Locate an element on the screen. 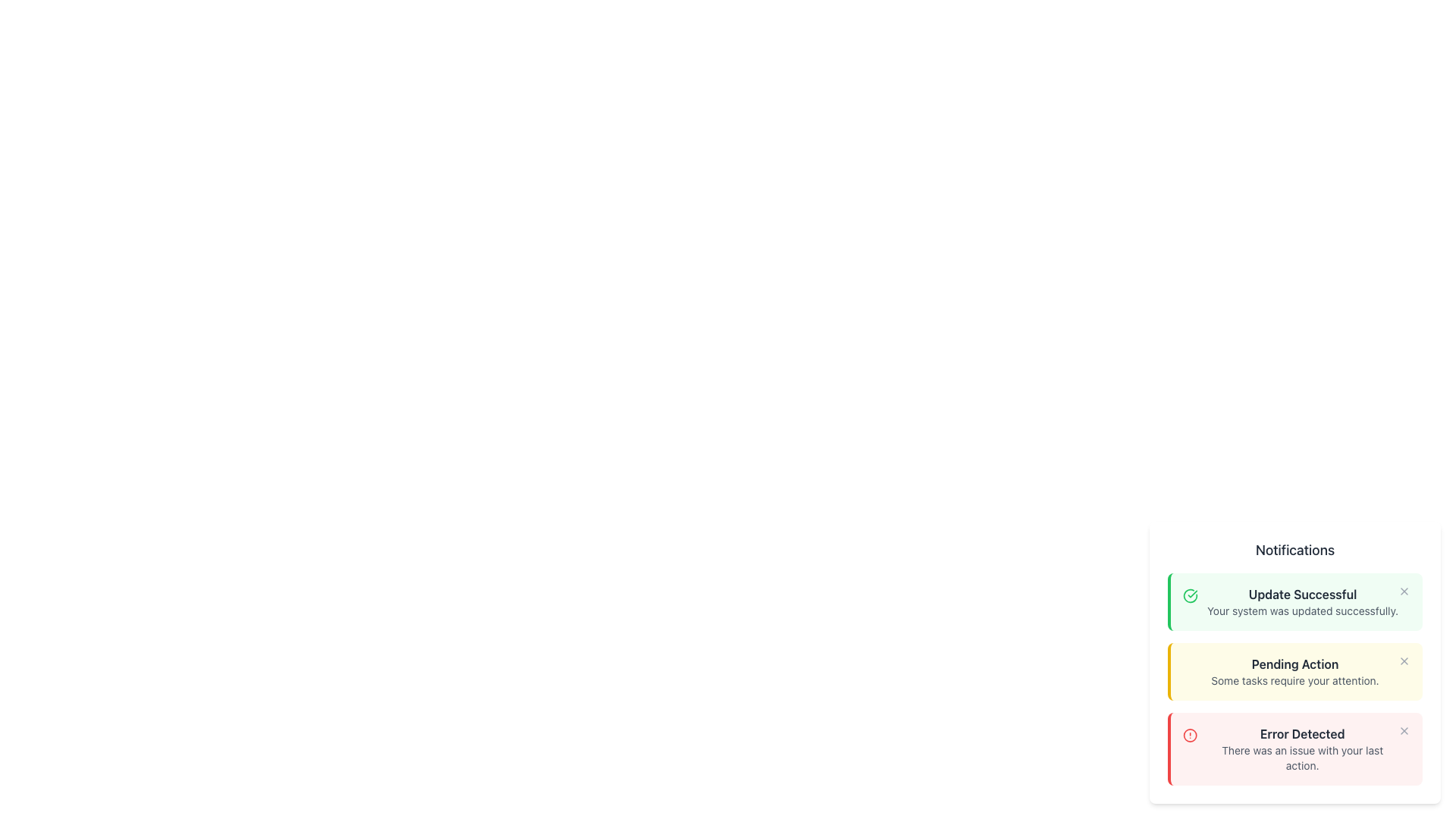  the 'Notifications' text label, which is a bold, large dark gray heading at the top of the notification panel is located at coordinates (1294, 550).